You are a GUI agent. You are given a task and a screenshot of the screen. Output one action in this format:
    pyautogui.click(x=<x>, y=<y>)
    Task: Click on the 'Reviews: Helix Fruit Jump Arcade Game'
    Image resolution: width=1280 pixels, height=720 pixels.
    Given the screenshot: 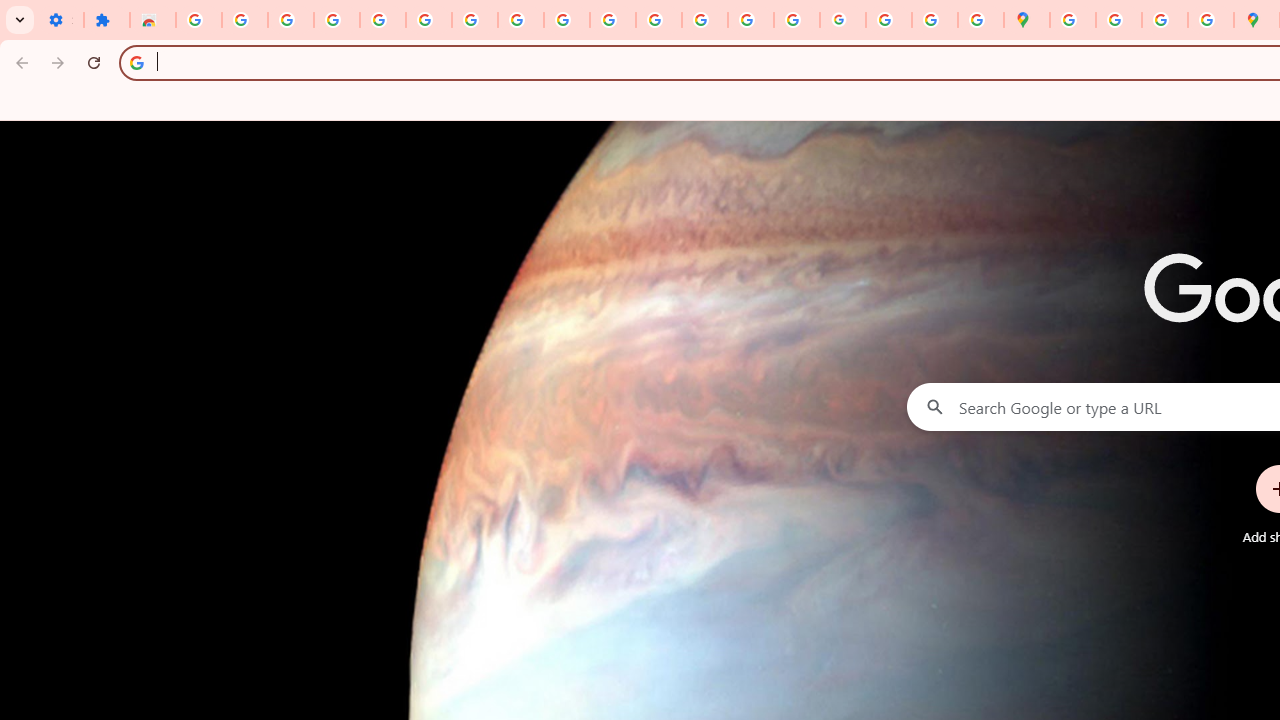 What is the action you would take?
    pyautogui.click(x=152, y=20)
    